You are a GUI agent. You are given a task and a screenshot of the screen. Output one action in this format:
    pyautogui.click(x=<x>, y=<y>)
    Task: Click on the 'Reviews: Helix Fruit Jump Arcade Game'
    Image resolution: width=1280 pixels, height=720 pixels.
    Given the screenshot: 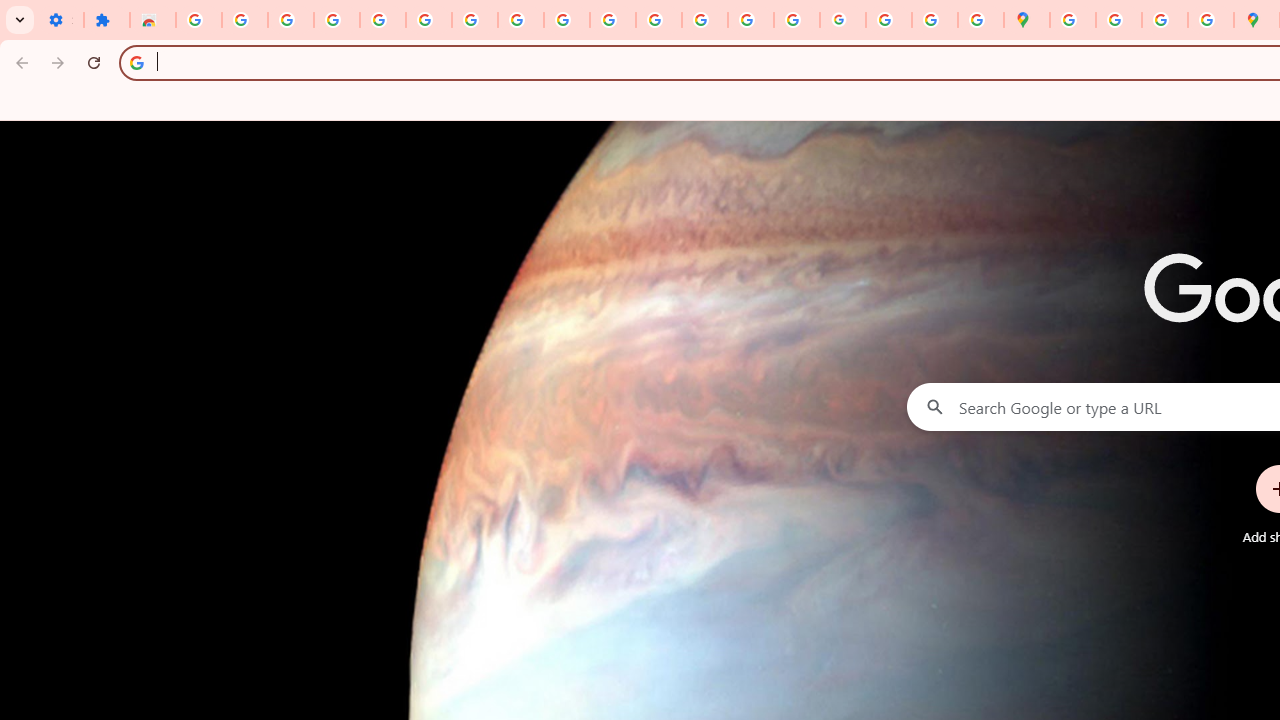 What is the action you would take?
    pyautogui.click(x=152, y=20)
    